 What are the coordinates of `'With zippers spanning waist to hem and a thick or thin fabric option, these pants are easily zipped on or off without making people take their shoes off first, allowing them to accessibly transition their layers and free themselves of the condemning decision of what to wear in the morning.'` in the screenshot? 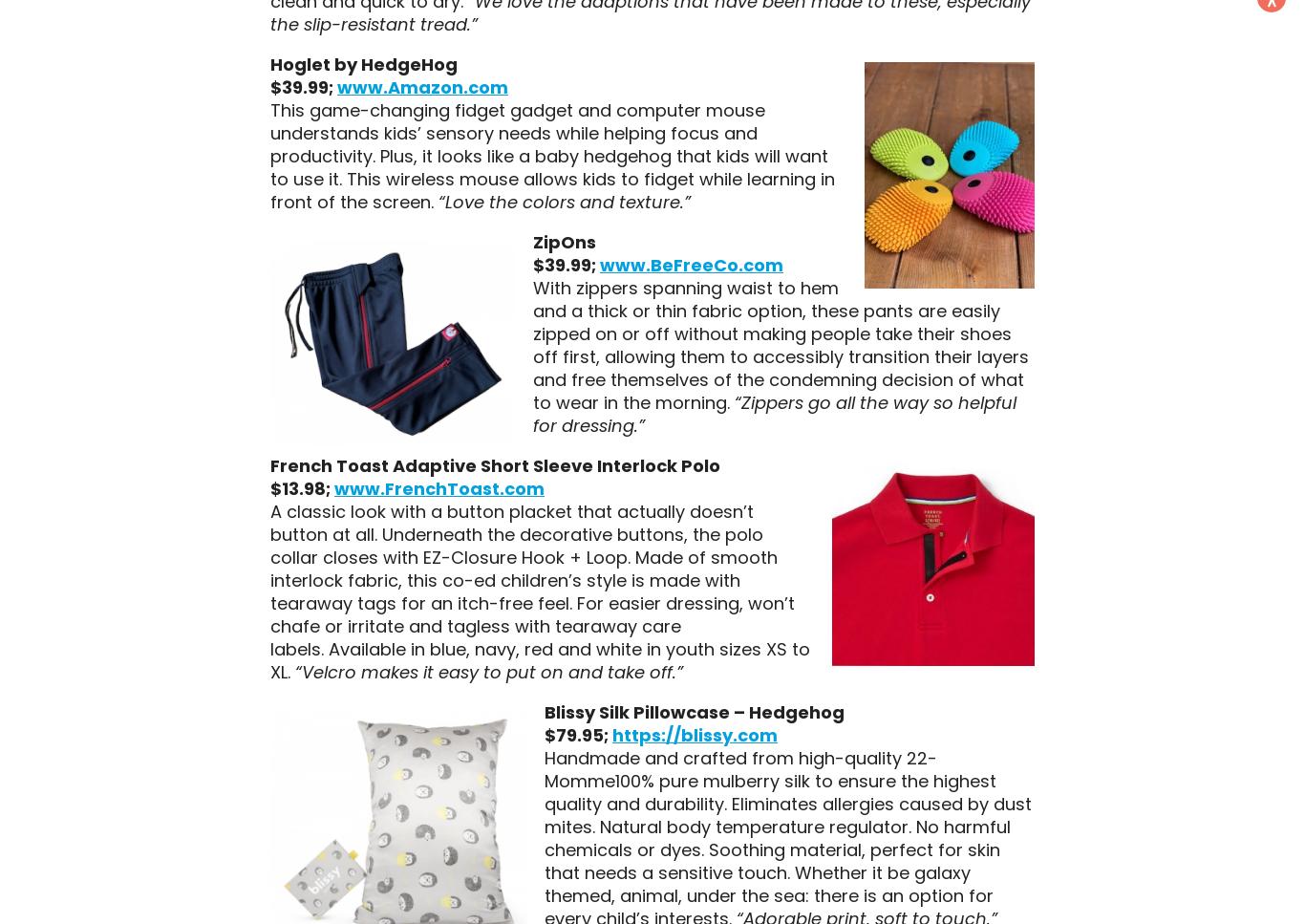 It's located at (779, 343).